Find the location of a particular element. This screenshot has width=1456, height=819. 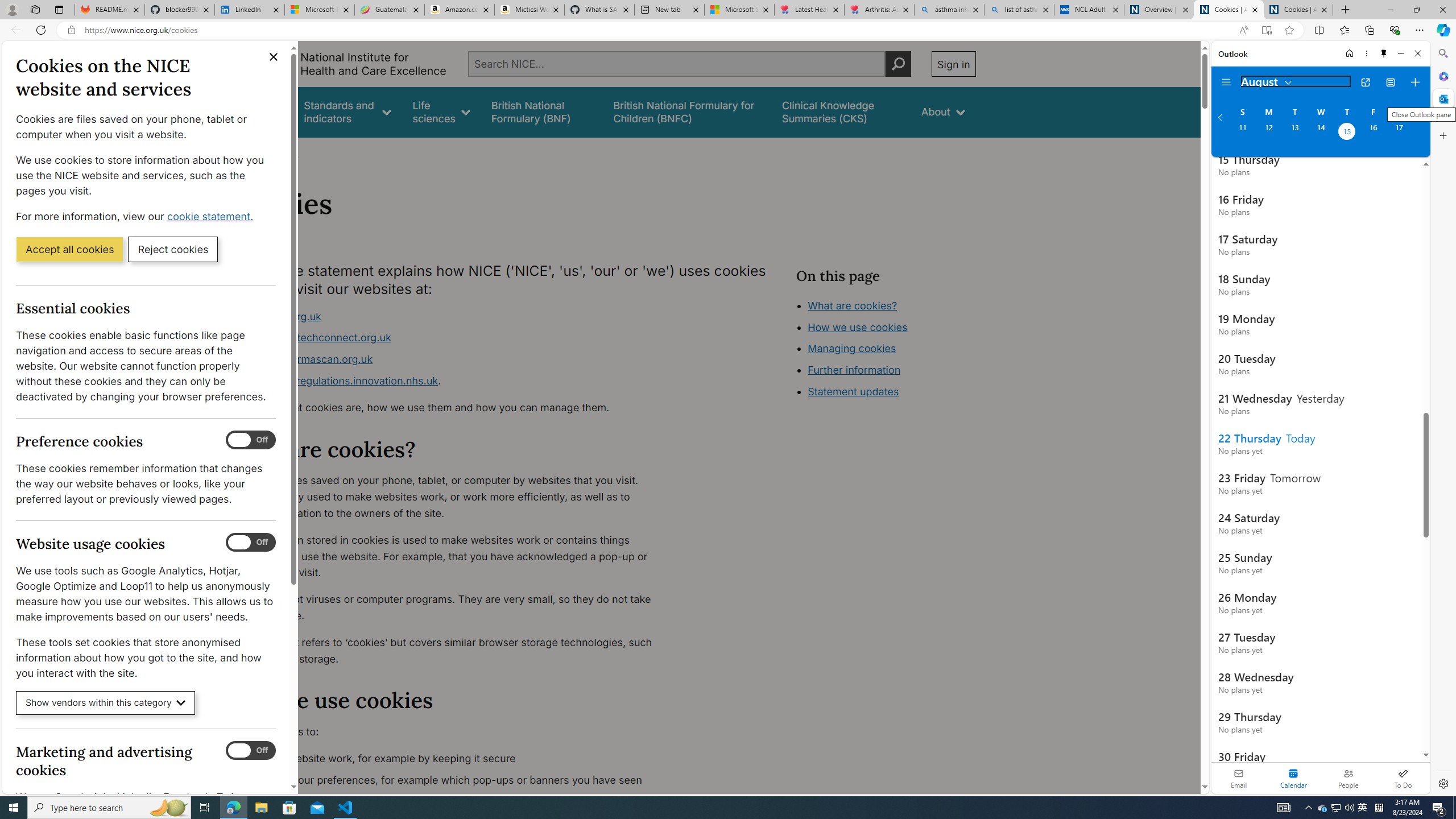

'Perform search' is located at coordinates (897, 63).